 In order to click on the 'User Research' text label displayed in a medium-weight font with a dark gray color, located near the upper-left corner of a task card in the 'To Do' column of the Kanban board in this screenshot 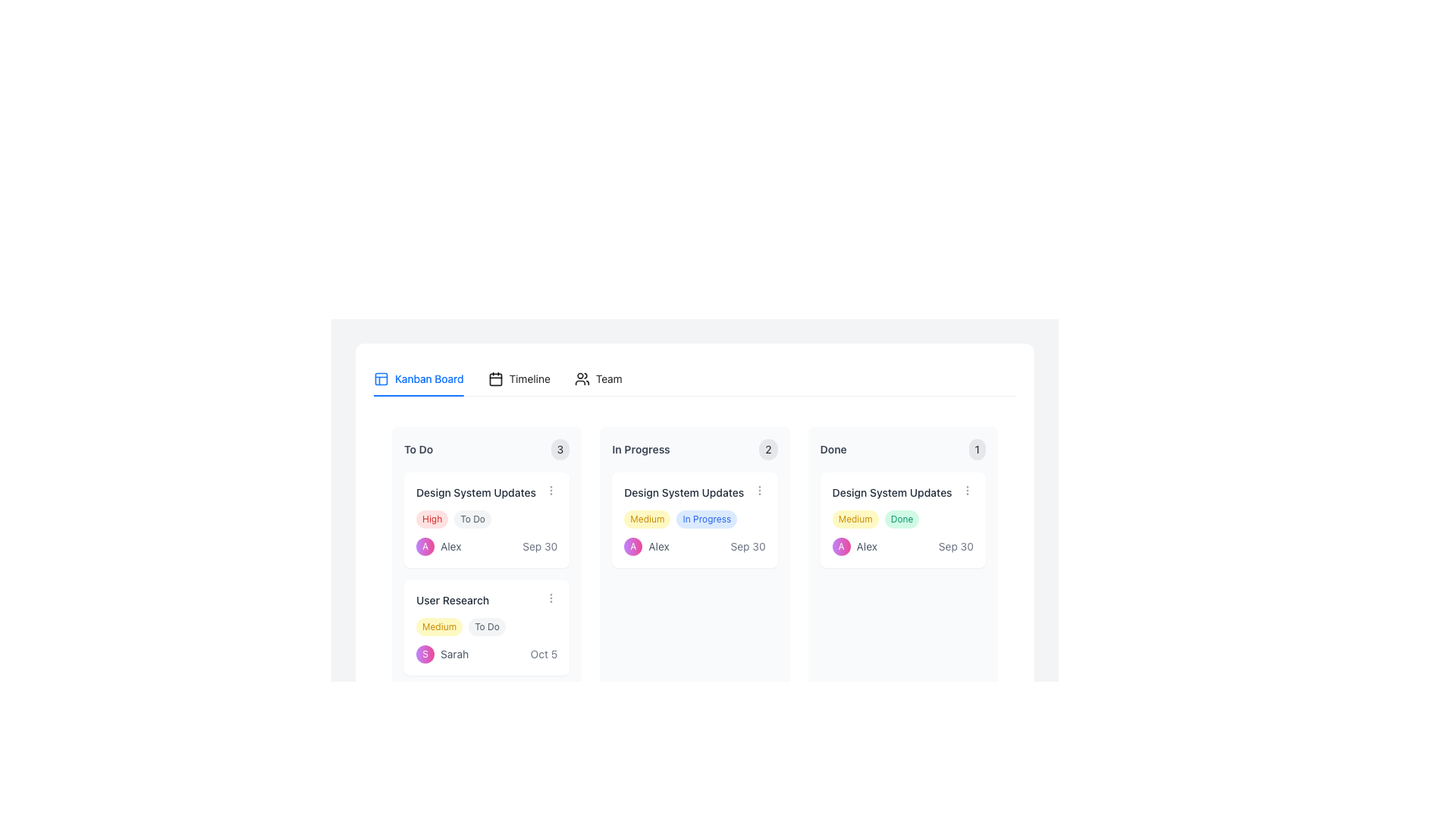, I will do `click(452, 599)`.